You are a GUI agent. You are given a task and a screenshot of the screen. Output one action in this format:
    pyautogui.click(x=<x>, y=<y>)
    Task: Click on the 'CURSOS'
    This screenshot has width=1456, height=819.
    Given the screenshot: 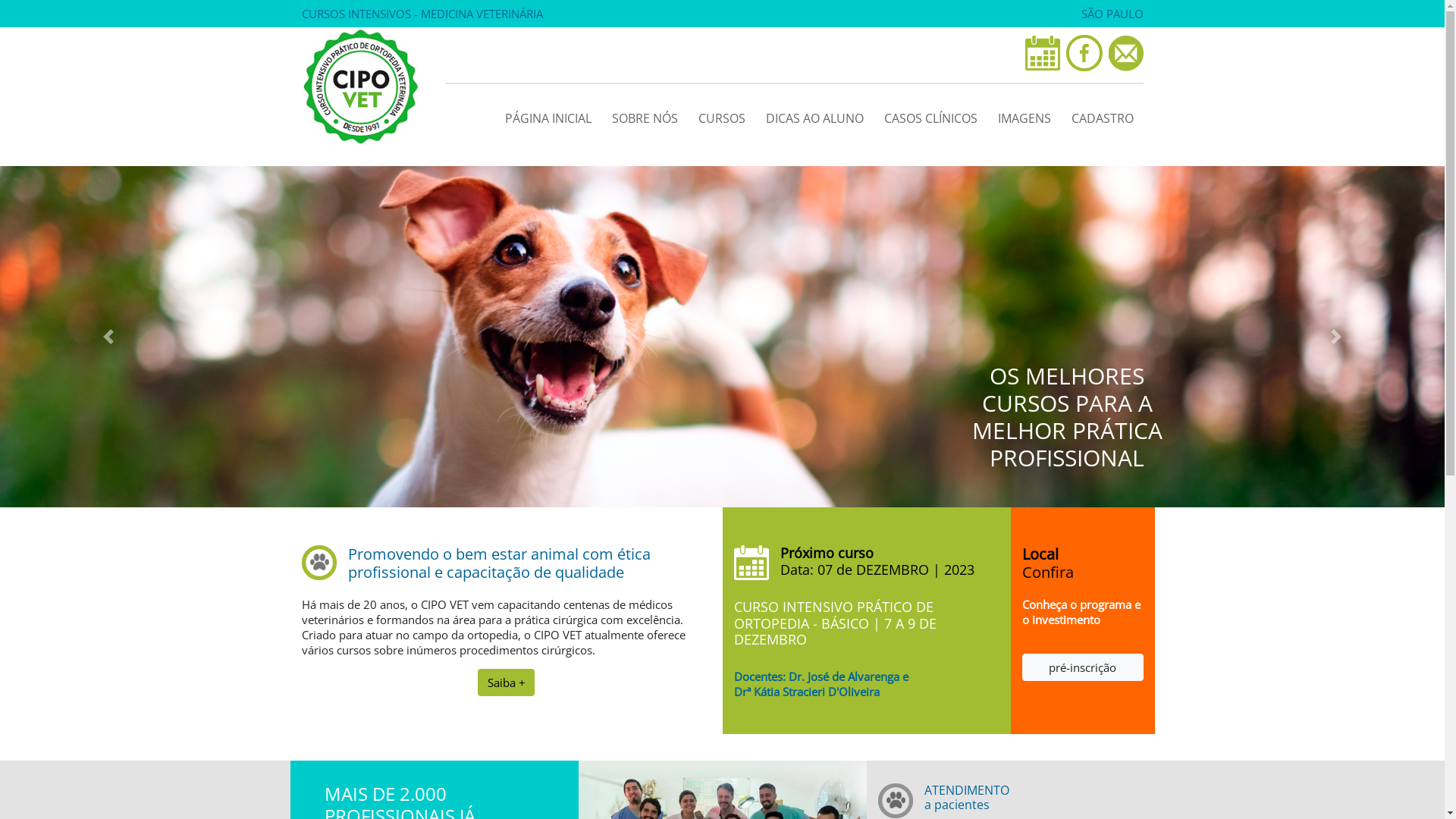 What is the action you would take?
    pyautogui.click(x=687, y=114)
    